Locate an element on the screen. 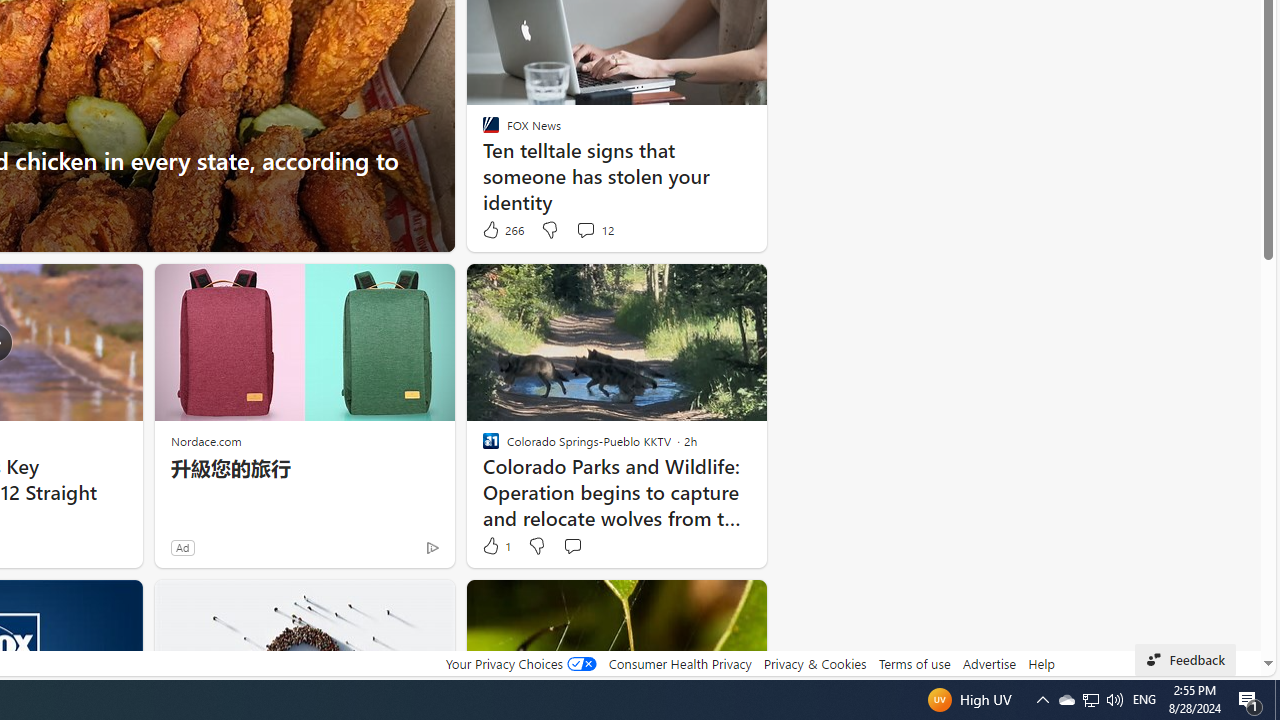 The height and width of the screenshot is (720, 1280). '1 Like' is located at coordinates (495, 546).